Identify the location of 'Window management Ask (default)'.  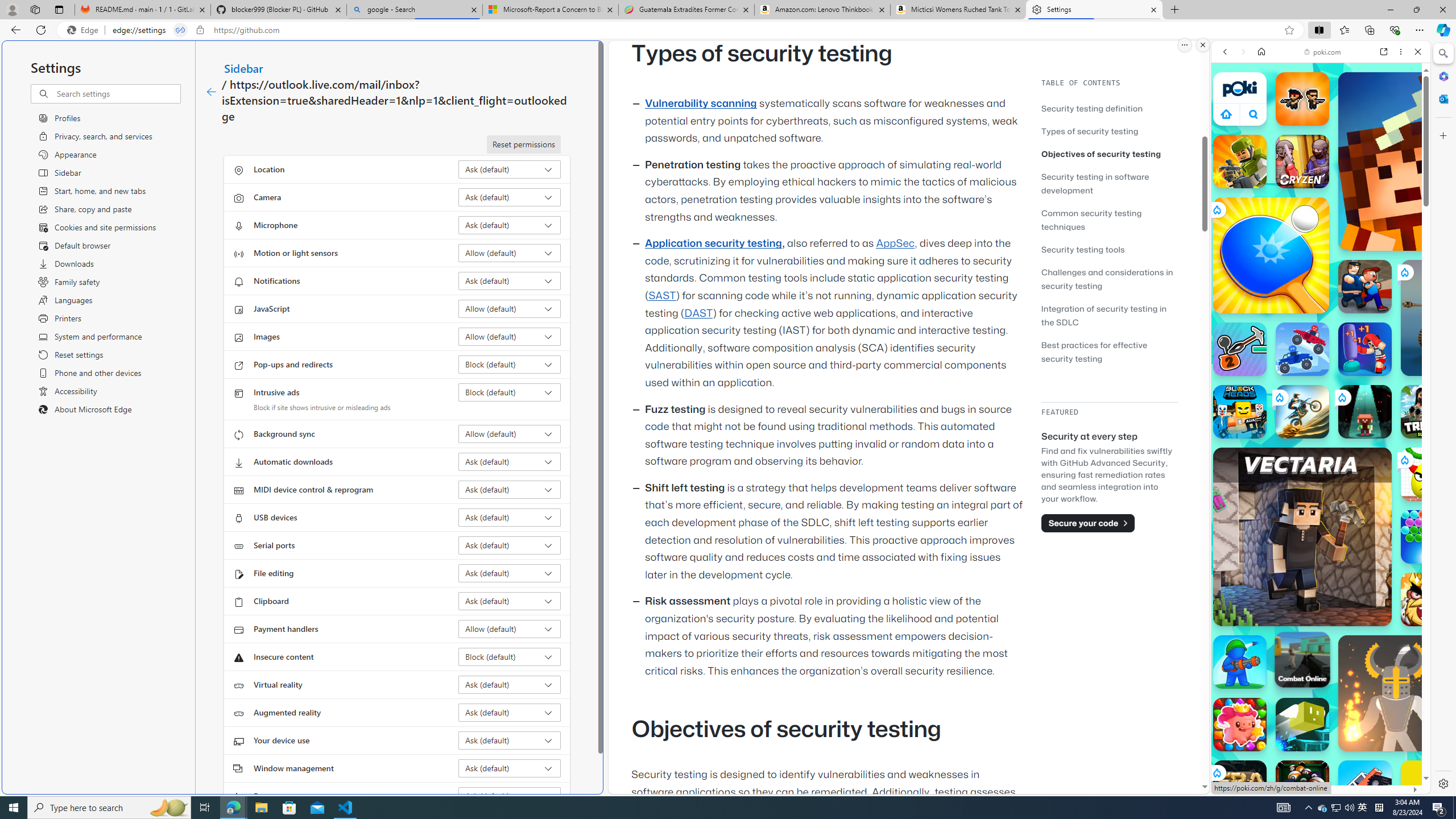
(510, 767).